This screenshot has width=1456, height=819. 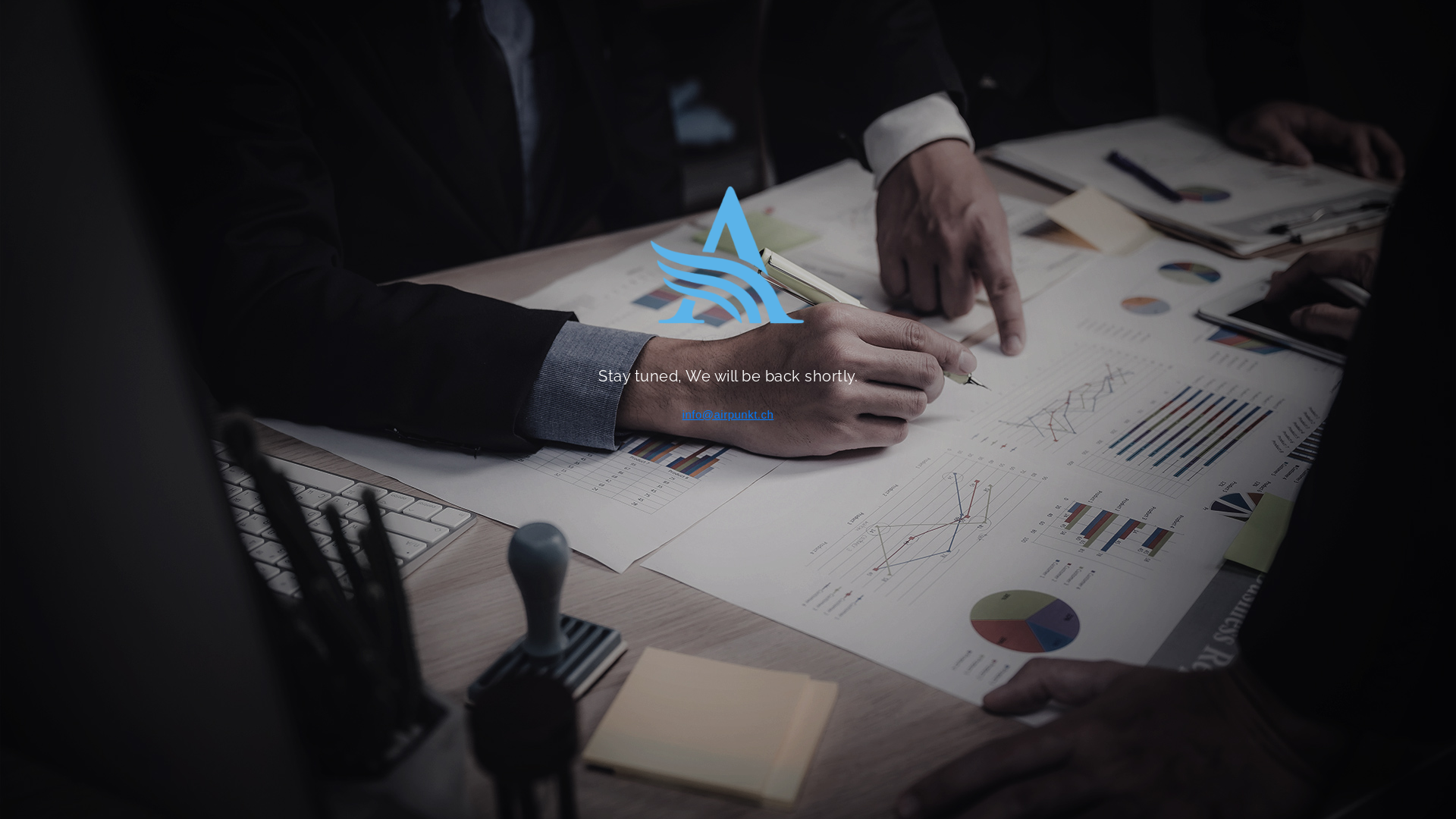 What do you see at coordinates (728, 414) in the screenshot?
I see `'info@airpunkt.ch'` at bounding box center [728, 414].